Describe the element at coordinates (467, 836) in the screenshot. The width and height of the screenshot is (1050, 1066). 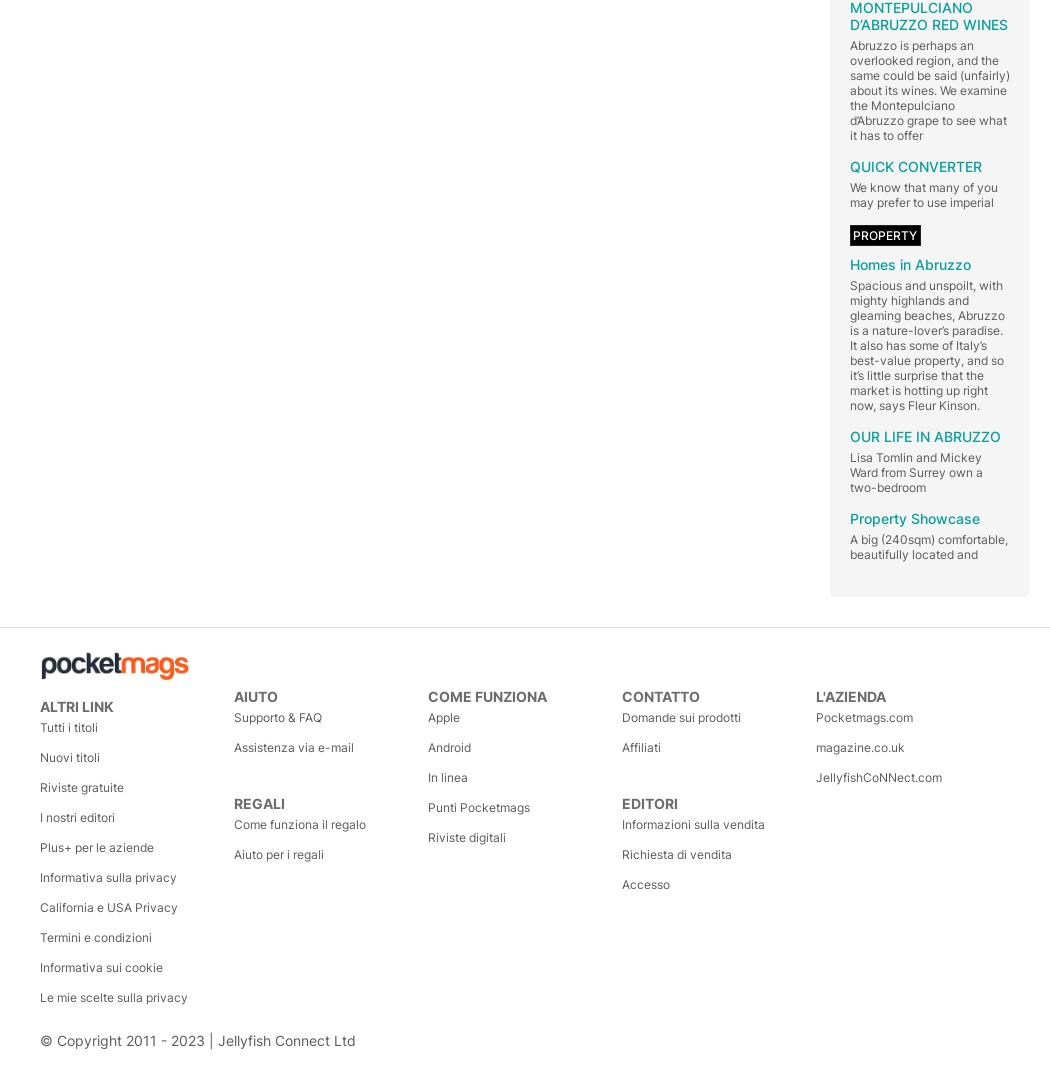
I see `'Riviste digitali'` at that location.